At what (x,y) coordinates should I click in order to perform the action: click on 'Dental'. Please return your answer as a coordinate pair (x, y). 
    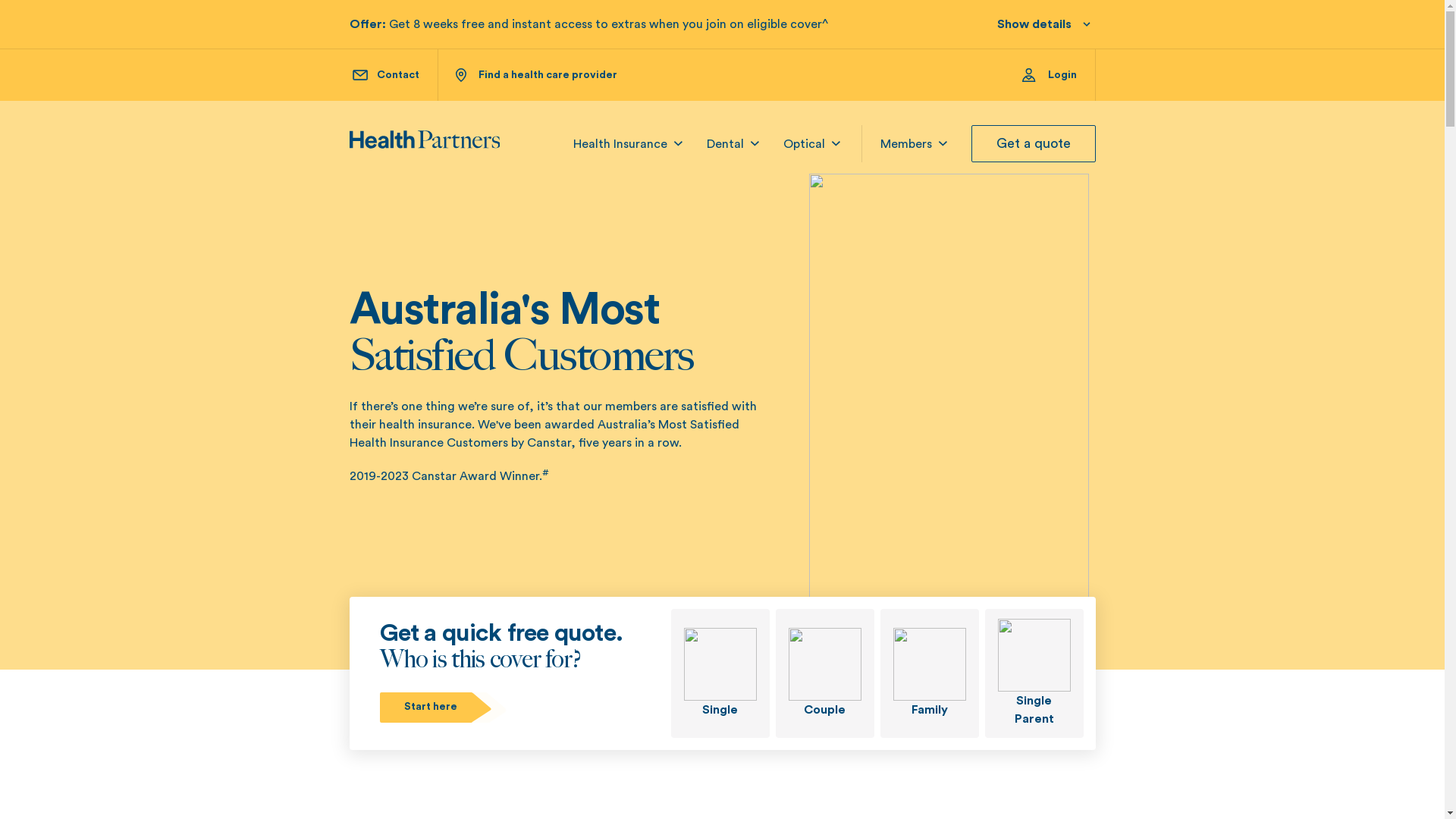
    Looking at the image, I should click on (724, 143).